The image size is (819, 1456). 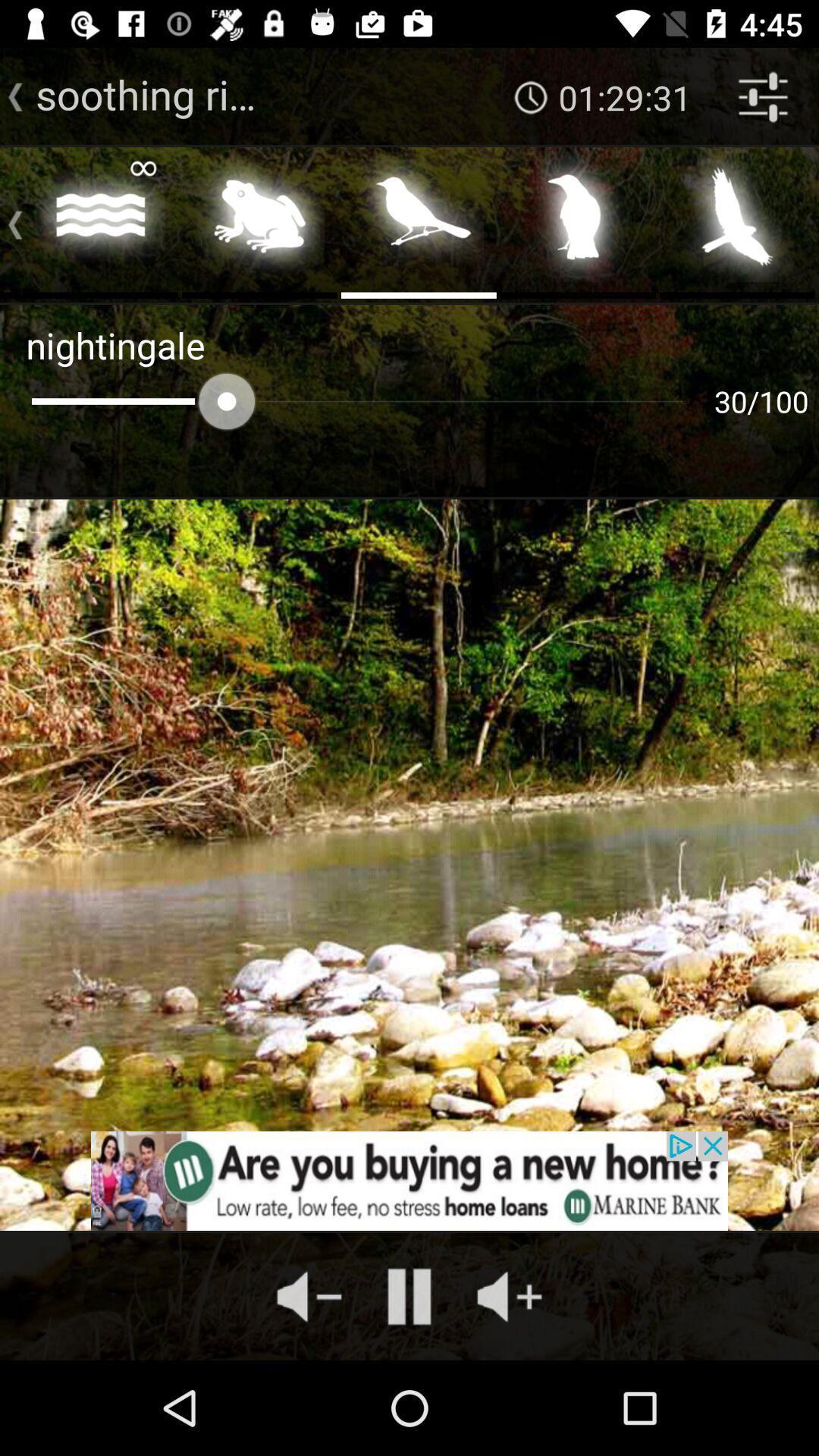 I want to click on the arrow_backward icon, so click(x=15, y=96).